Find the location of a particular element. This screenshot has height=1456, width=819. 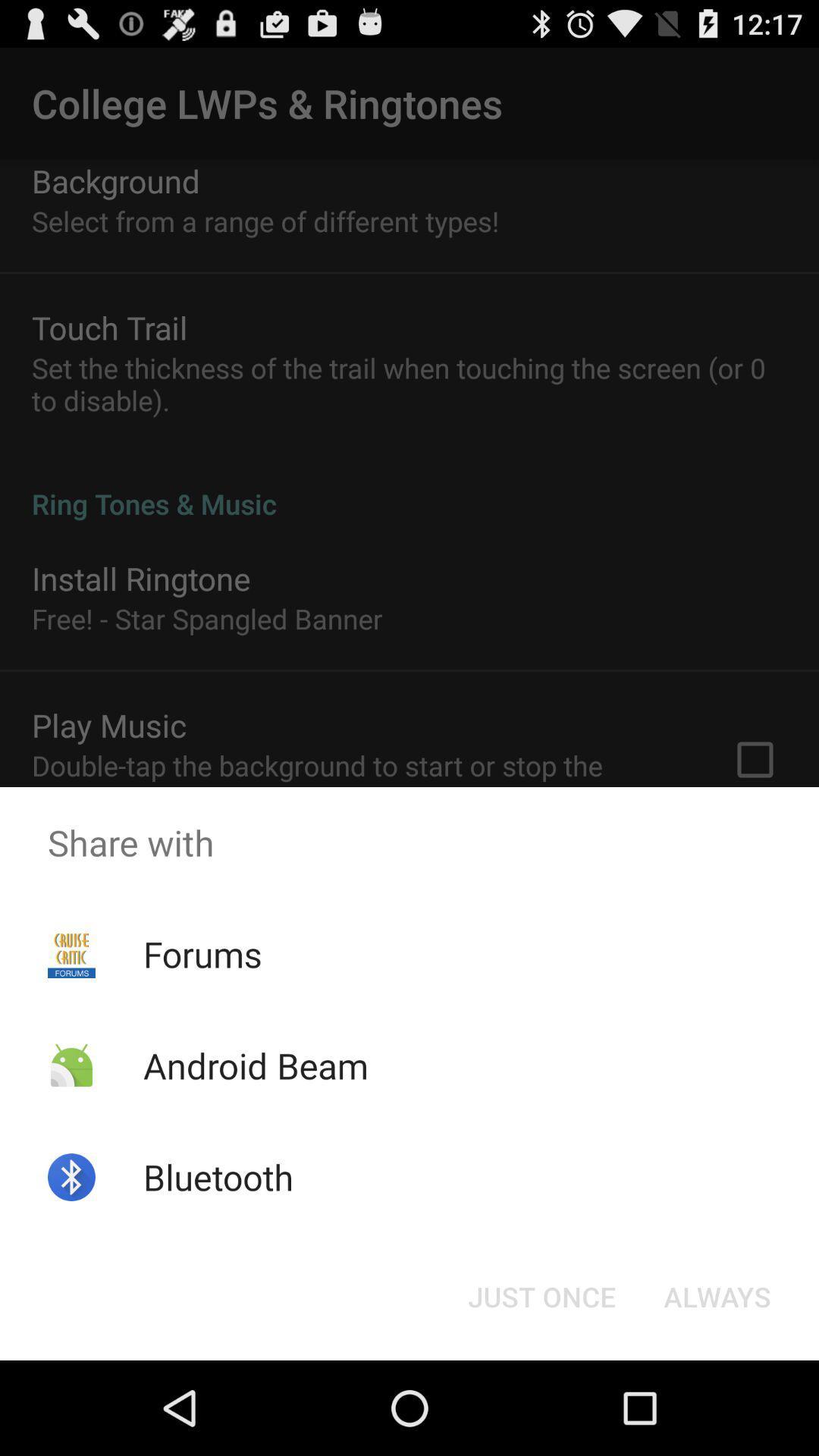

bluetooth item is located at coordinates (218, 1176).